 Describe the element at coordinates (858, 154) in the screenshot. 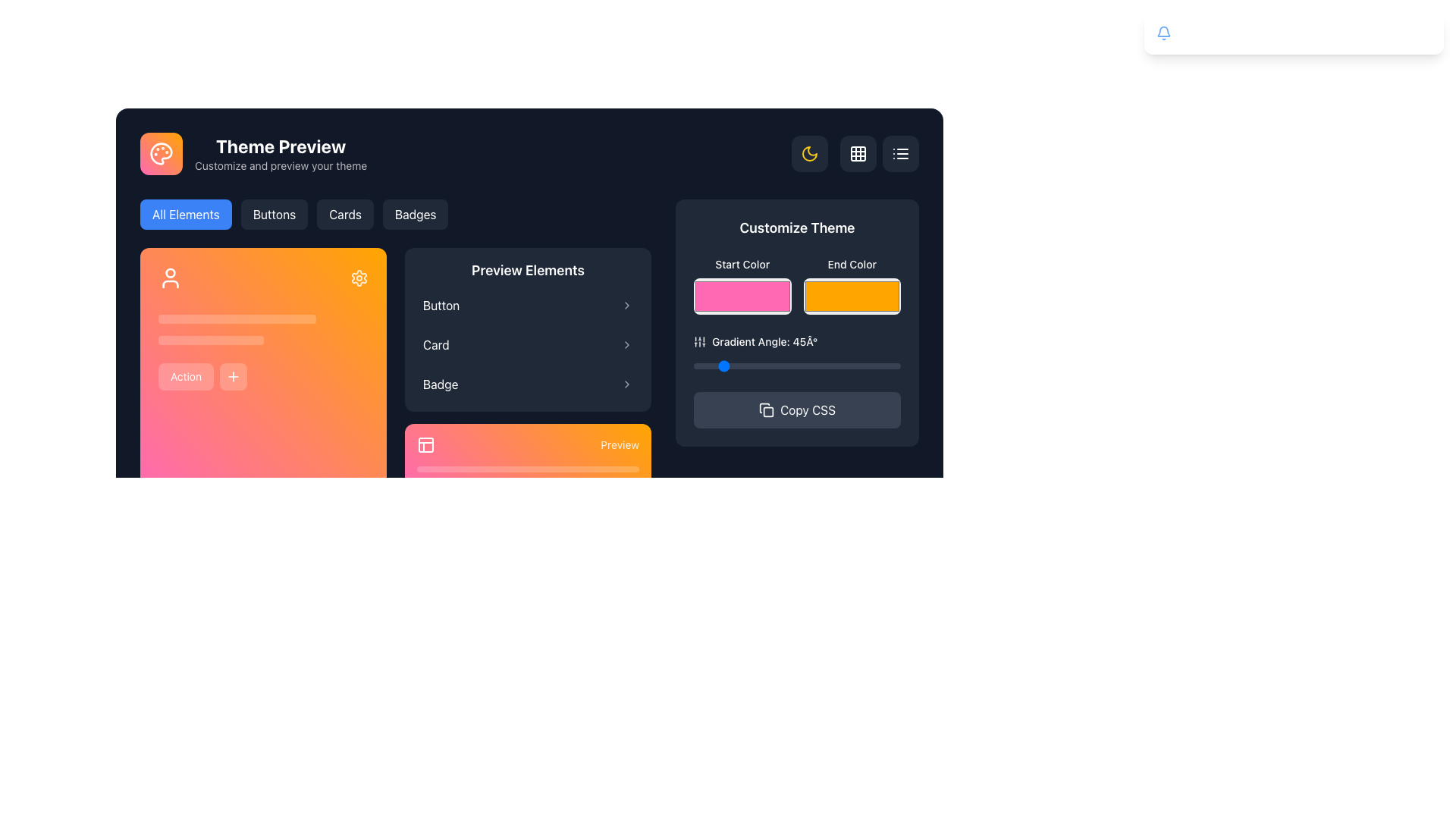

I see `the square button with a grid icon made up of nine small squares, located in the top-right corner of the interface` at that location.